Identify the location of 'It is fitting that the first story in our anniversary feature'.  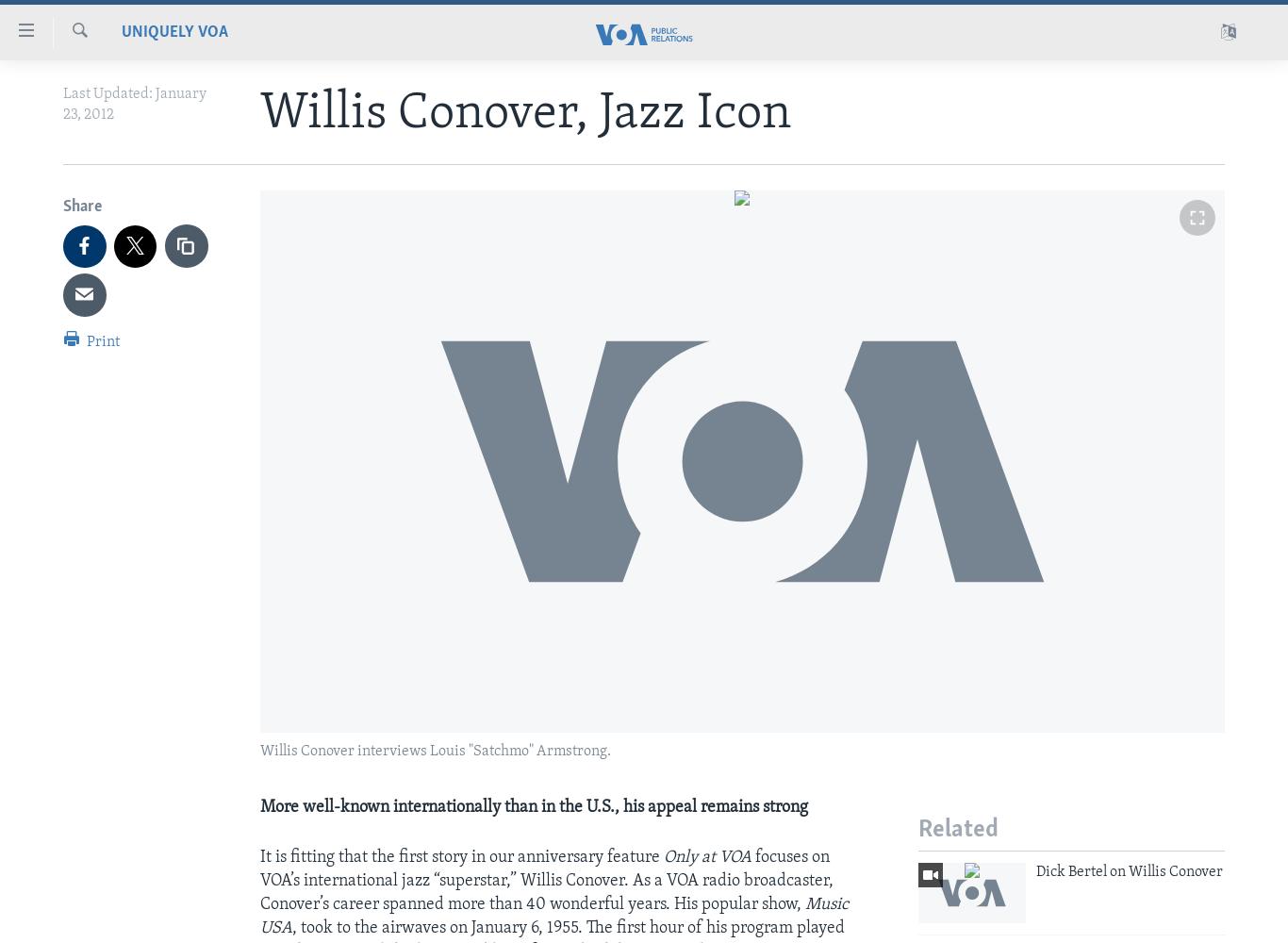
(259, 856).